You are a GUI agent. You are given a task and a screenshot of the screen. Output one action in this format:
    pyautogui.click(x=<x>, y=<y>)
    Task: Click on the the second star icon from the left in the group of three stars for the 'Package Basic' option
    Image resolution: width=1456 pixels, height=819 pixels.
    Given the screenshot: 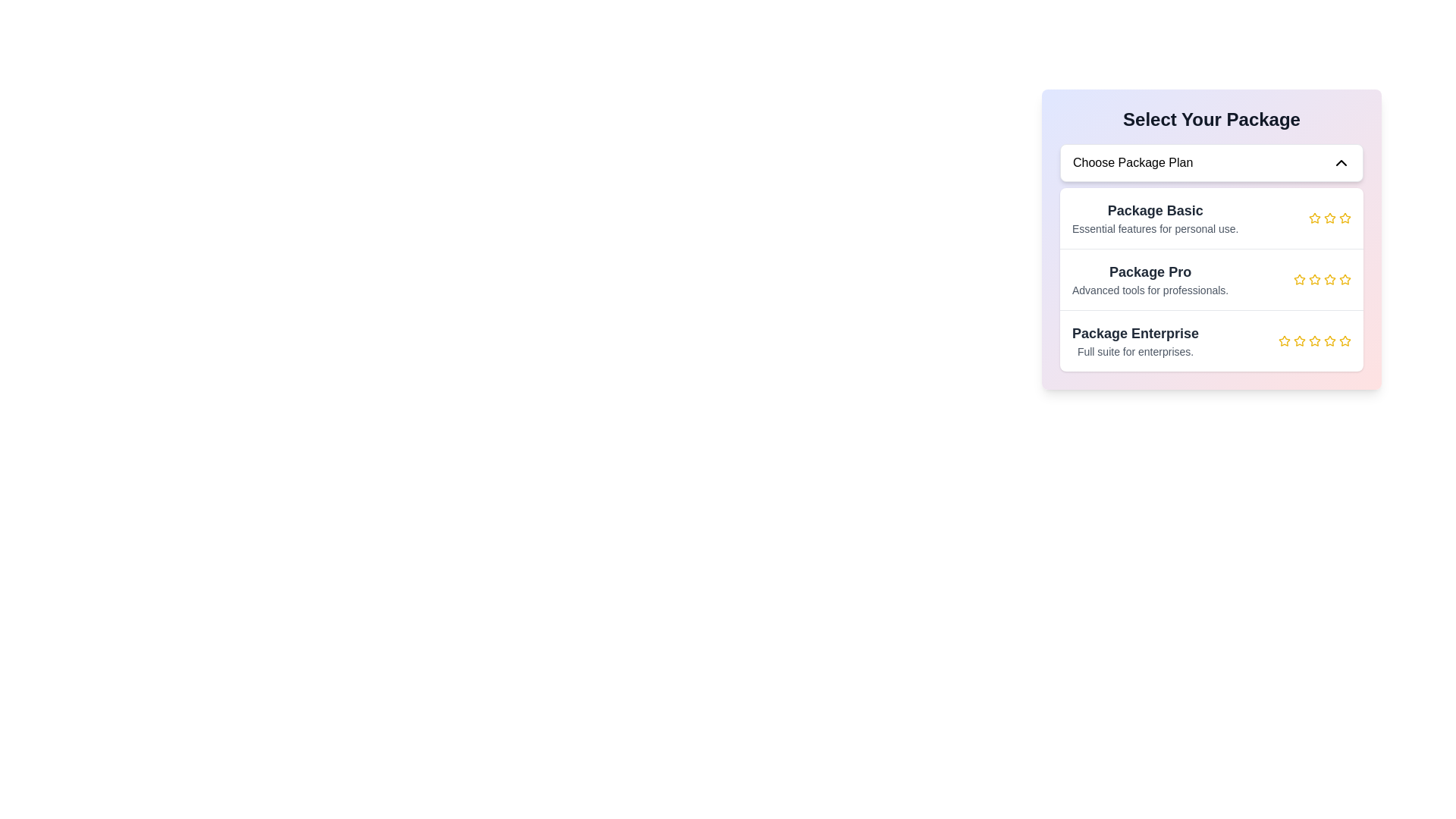 What is the action you would take?
    pyautogui.click(x=1329, y=218)
    